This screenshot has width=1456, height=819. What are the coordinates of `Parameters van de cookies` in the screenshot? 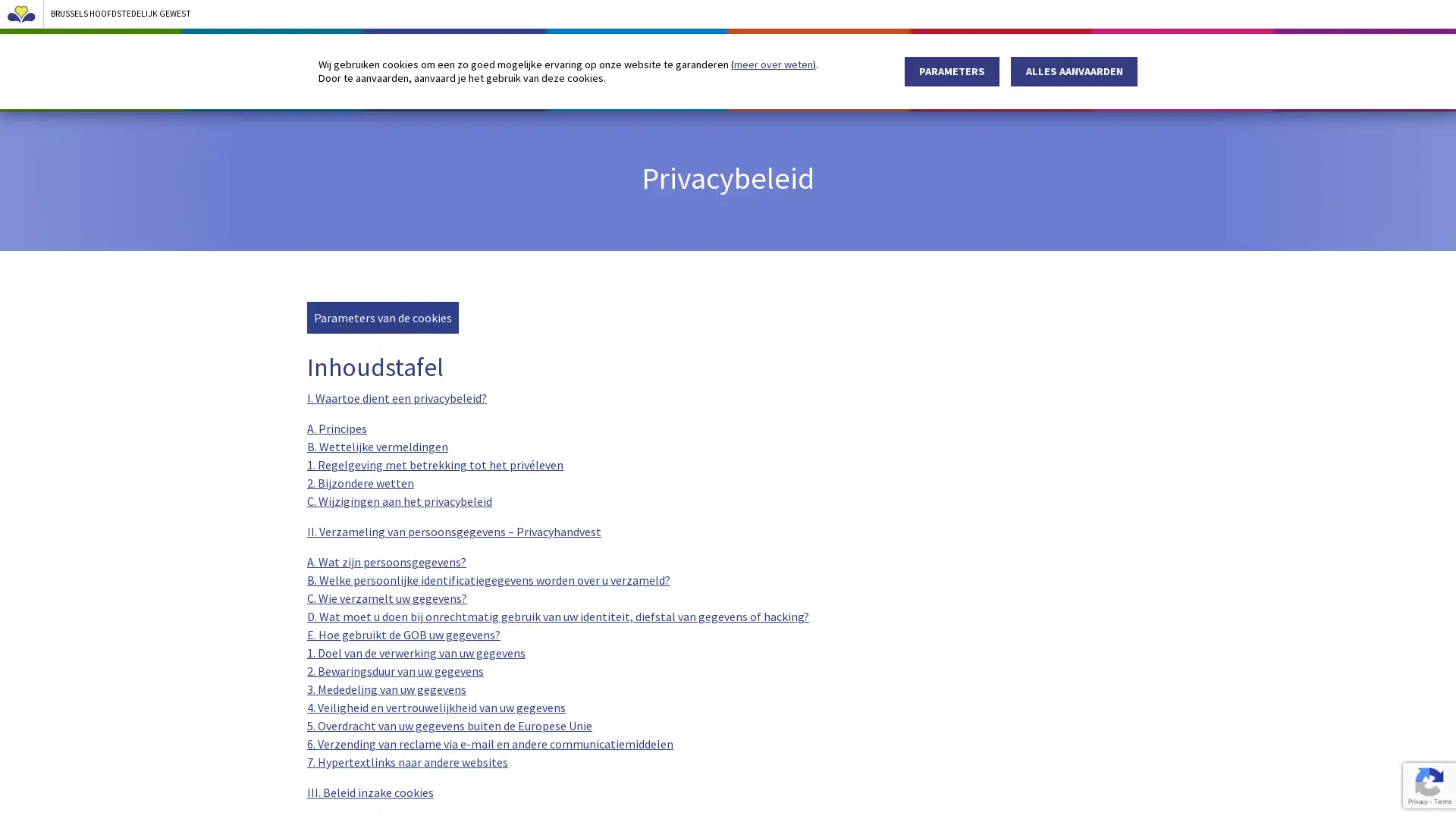 It's located at (382, 317).